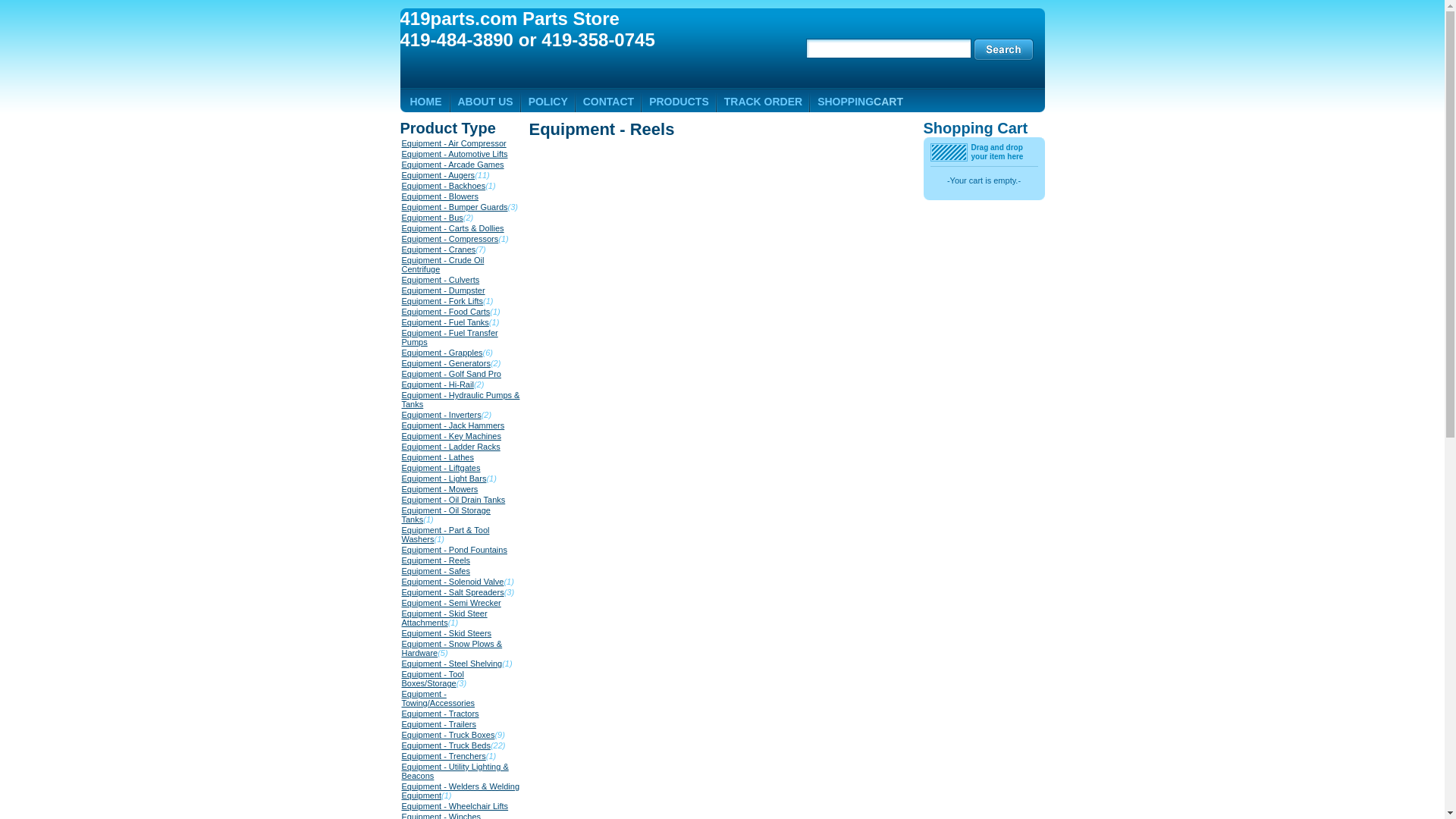 The image size is (1456, 819). Describe the element at coordinates (401, 248) in the screenshot. I see `'Equipment - Cranes'` at that location.